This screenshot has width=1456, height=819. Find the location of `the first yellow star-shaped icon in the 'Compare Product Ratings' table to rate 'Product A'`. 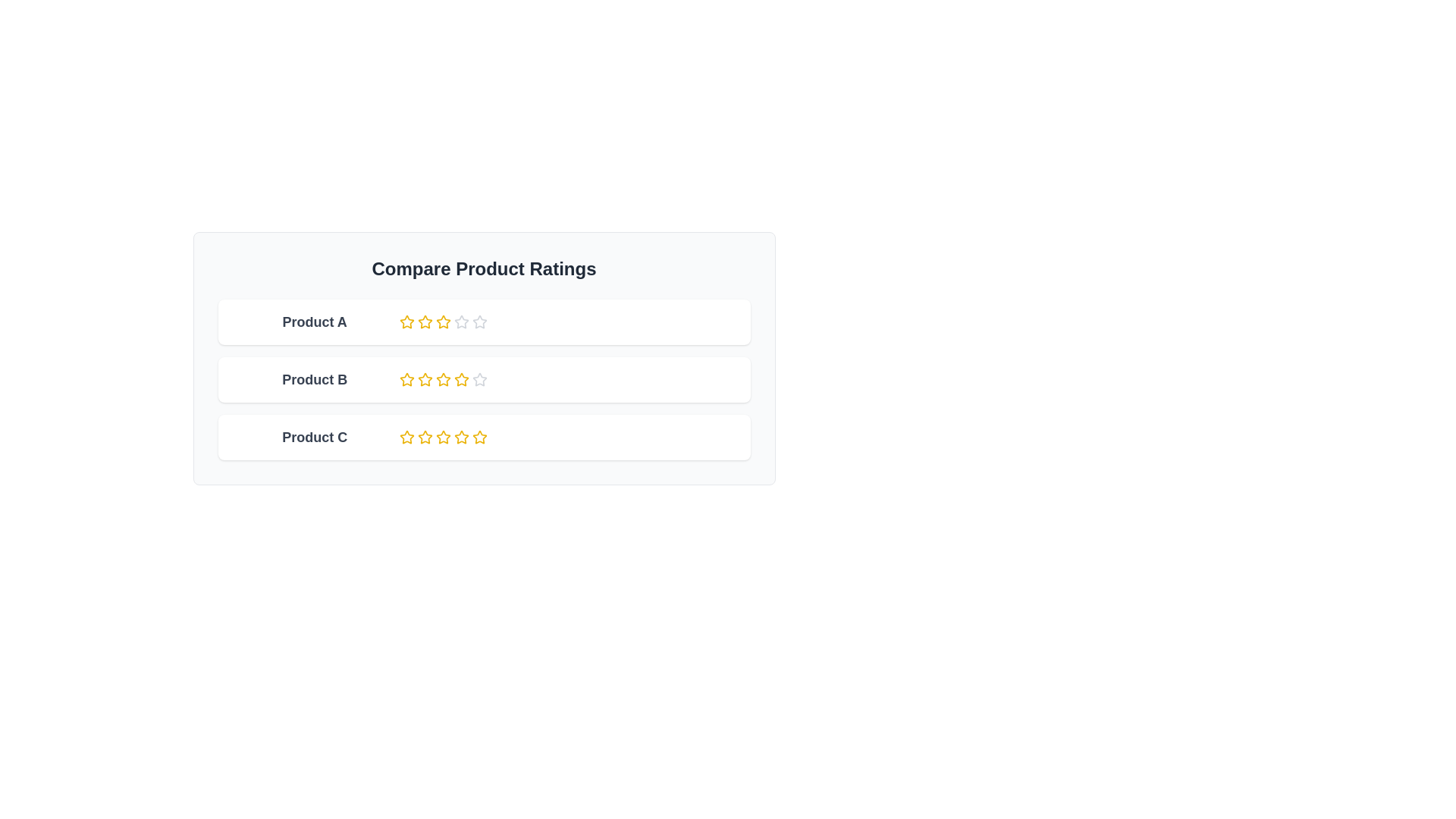

the first yellow star-shaped icon in the 'Compare Product Ratings' table to rate 'Product A' is located at coordinates (406, 321).